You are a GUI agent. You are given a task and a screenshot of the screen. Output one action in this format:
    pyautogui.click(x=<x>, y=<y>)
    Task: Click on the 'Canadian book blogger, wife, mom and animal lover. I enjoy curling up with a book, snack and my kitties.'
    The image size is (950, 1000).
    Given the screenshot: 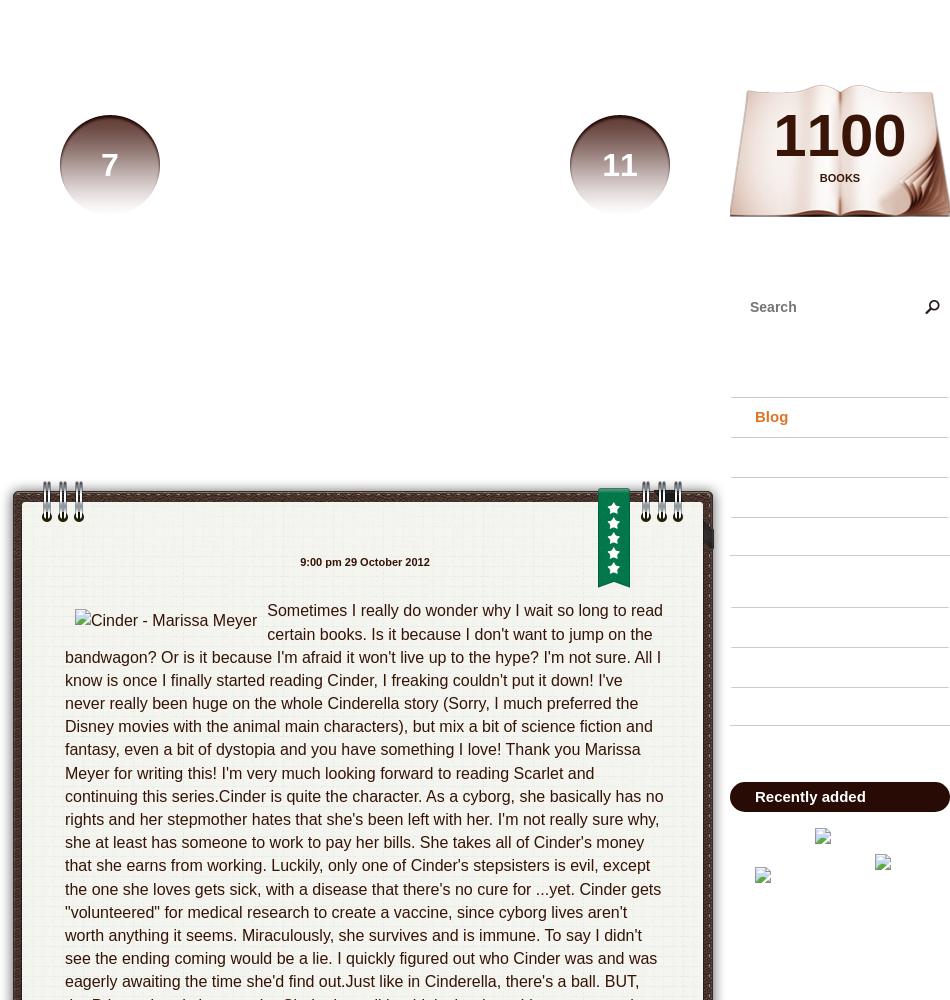 What is the action you would take?
    pyautogui.click(x=363, y=388)
    